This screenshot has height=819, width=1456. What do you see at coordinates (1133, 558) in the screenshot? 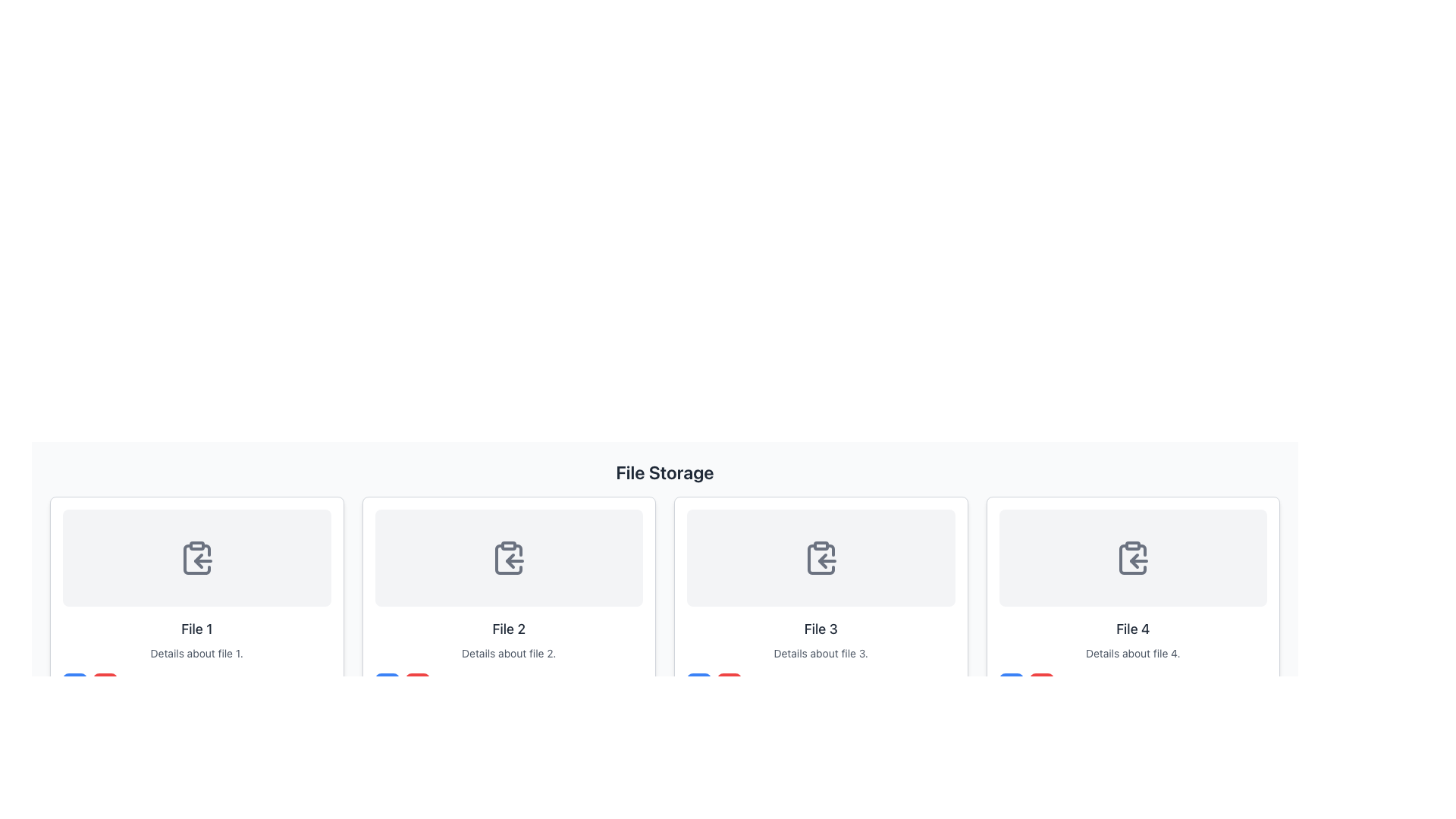
I see `the copy icon located at the center-top of the 'File 4' card for interaction` at bounding box center [1133, 558].